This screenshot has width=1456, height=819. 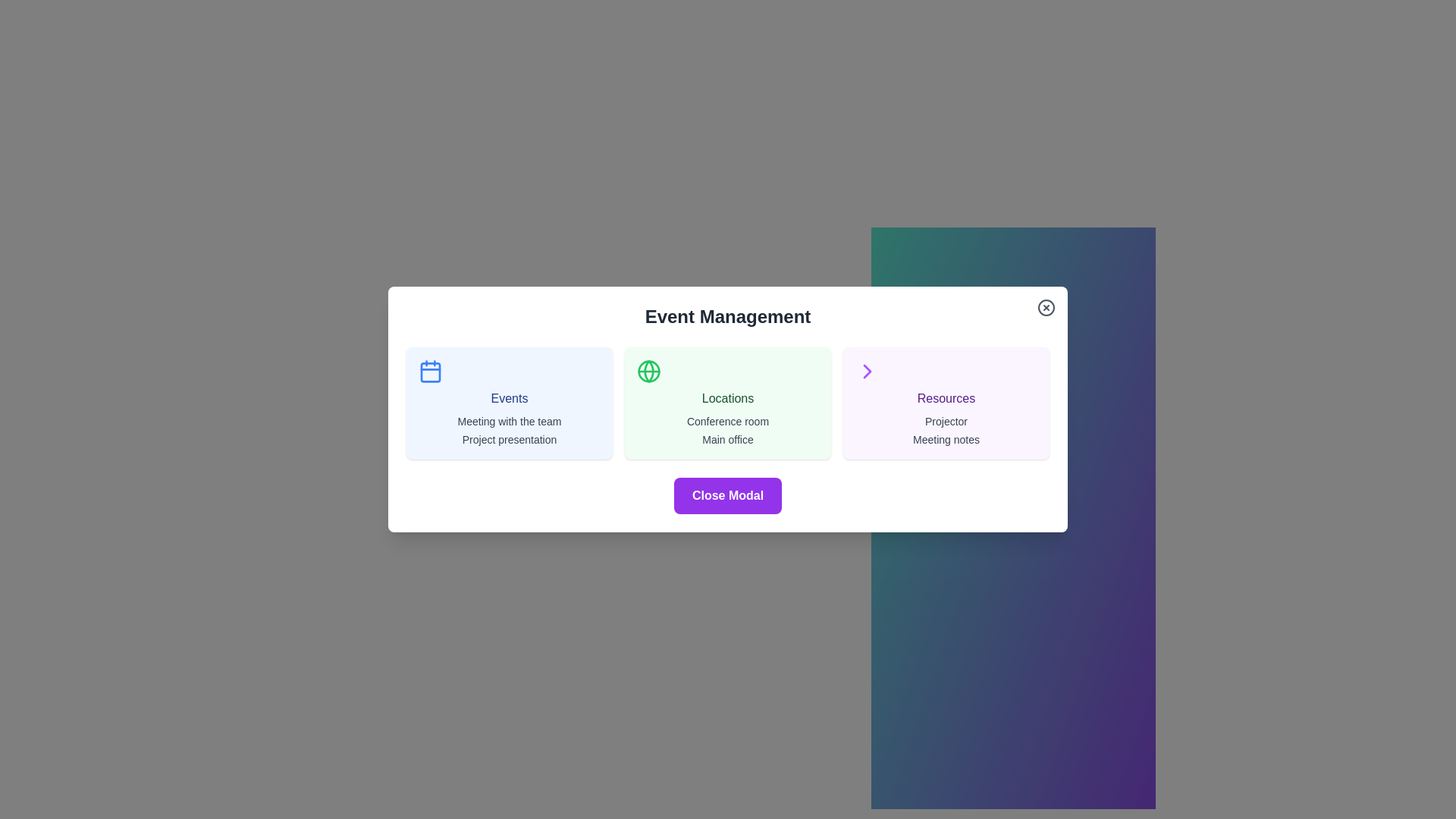 What do you see at coordinates (1046, 307) in the screenshot?
I see `the circular close button in the top-right corner of the 'Event Management' modal` at bounding box center [1046, 307].